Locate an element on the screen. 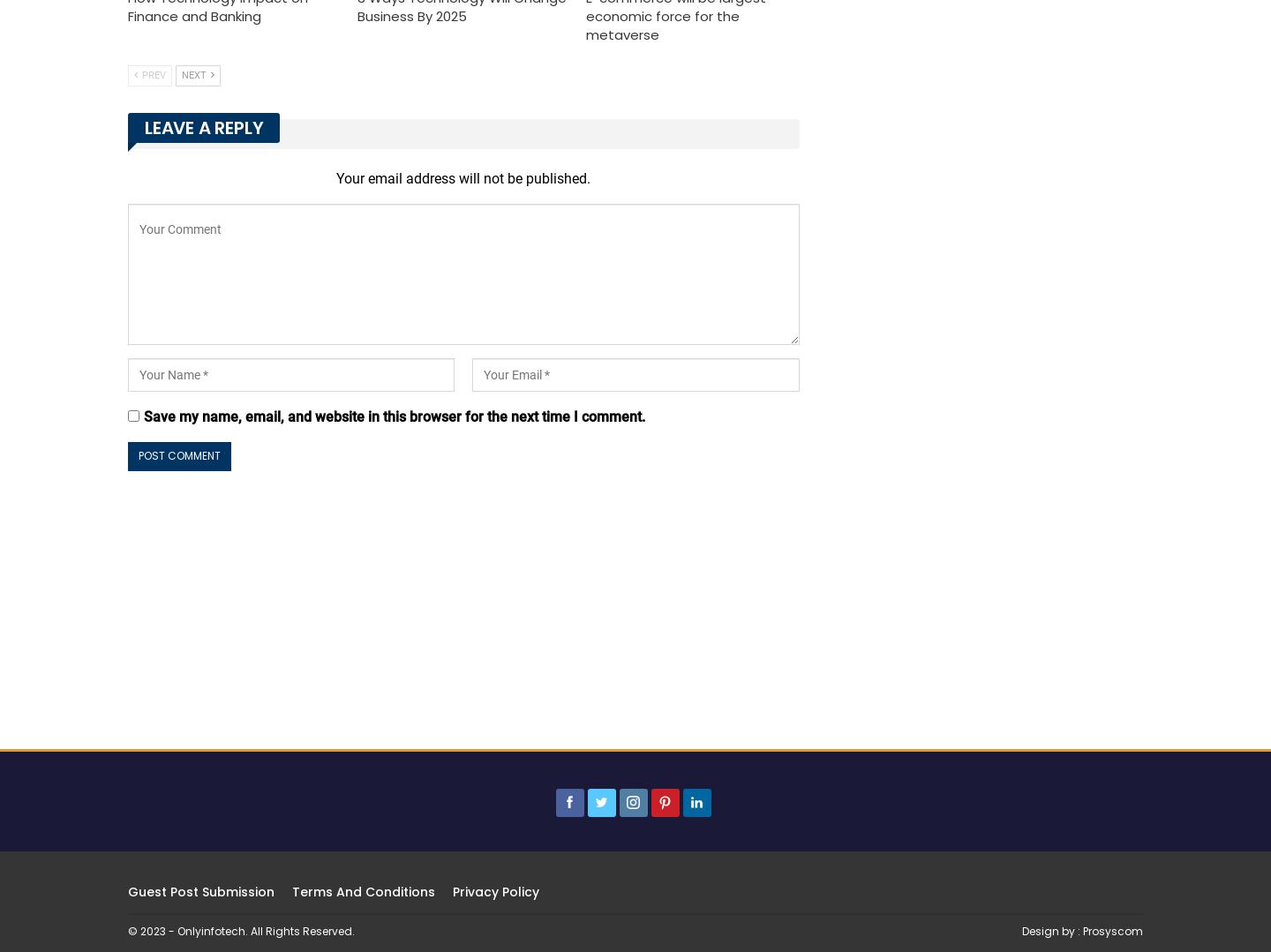 The width and height of the screenshot is (1271, 952). 'Privacy Policy' is located at coordinates (452, 891).